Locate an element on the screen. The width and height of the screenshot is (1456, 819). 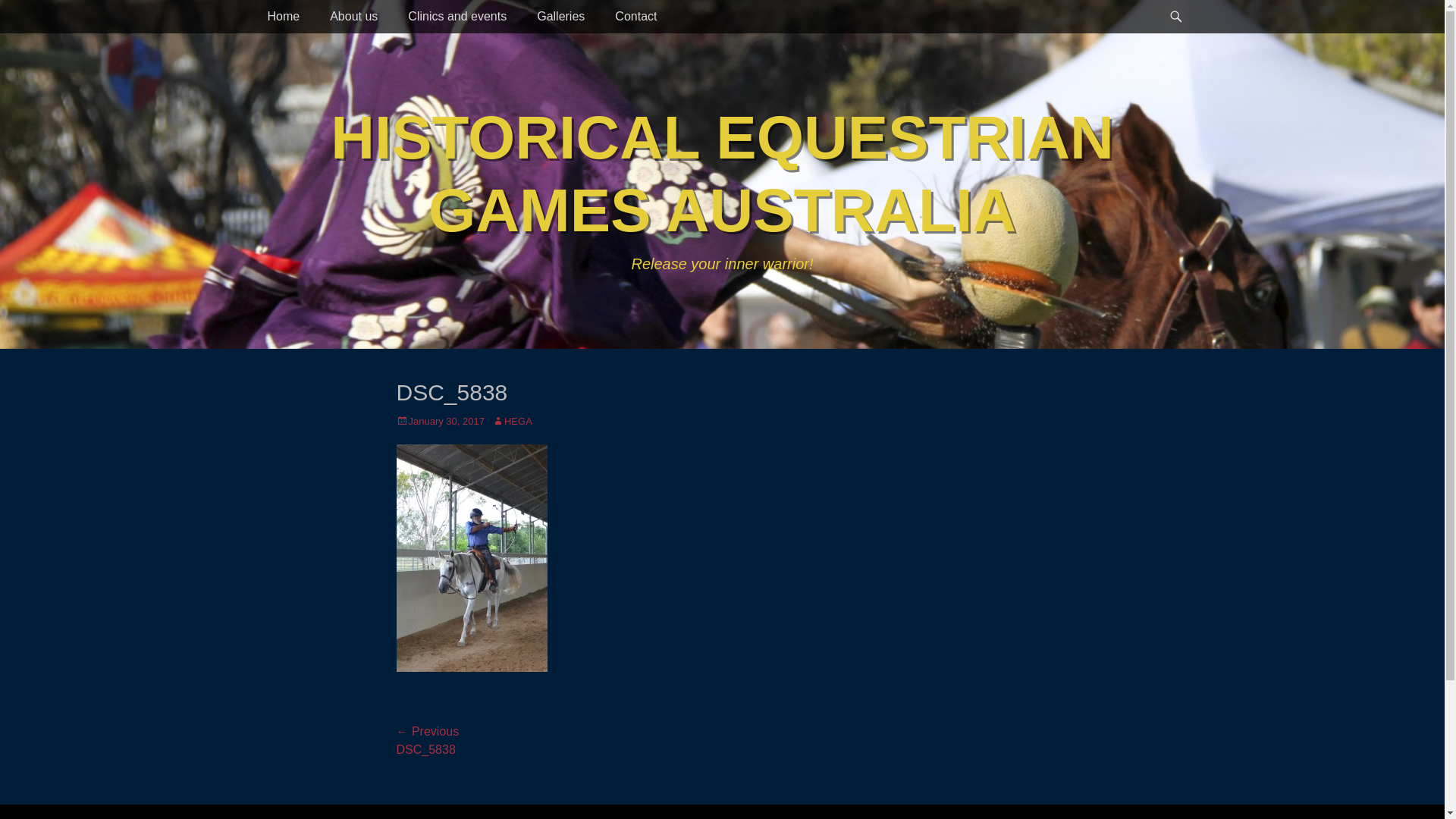
'About us' is located at coordinates (313, 17).